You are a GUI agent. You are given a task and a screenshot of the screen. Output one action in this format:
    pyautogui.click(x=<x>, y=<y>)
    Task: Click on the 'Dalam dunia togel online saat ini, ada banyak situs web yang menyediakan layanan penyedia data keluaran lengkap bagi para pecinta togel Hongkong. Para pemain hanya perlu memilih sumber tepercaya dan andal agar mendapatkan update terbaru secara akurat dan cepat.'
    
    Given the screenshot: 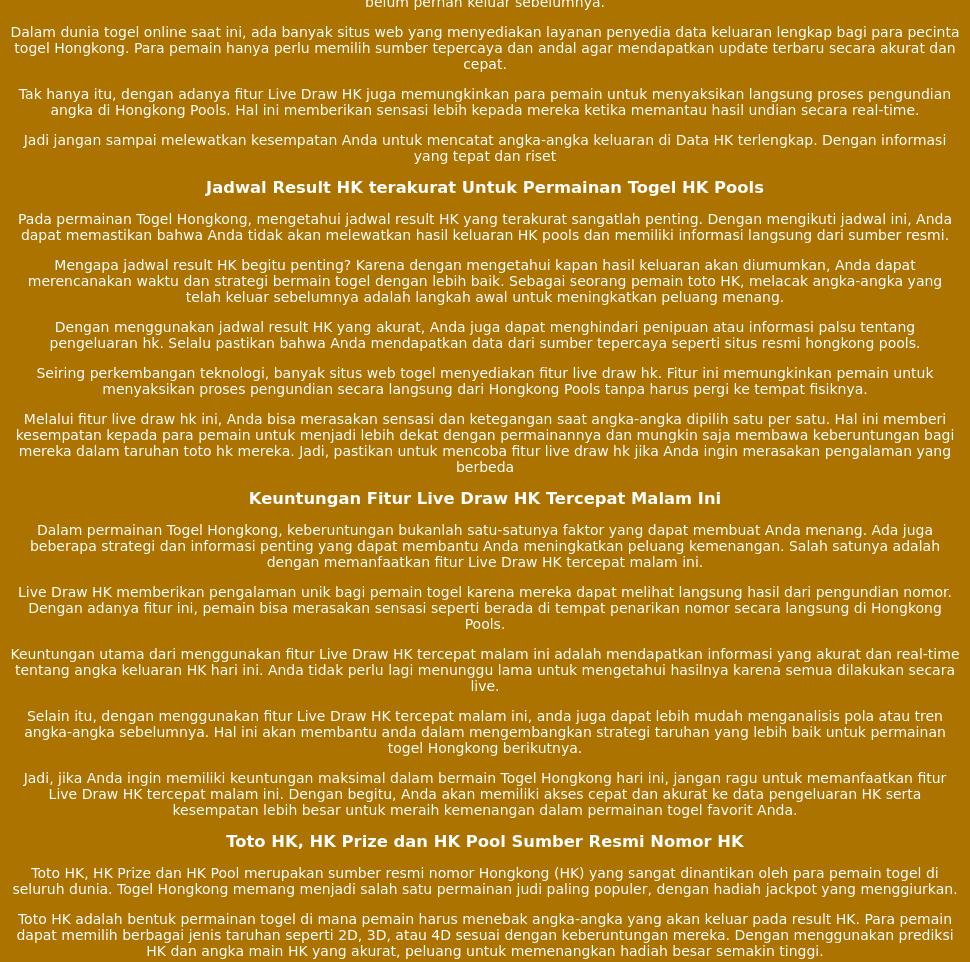 What is the action you would take?
    pyautogui.click(x=483, y=46)
    